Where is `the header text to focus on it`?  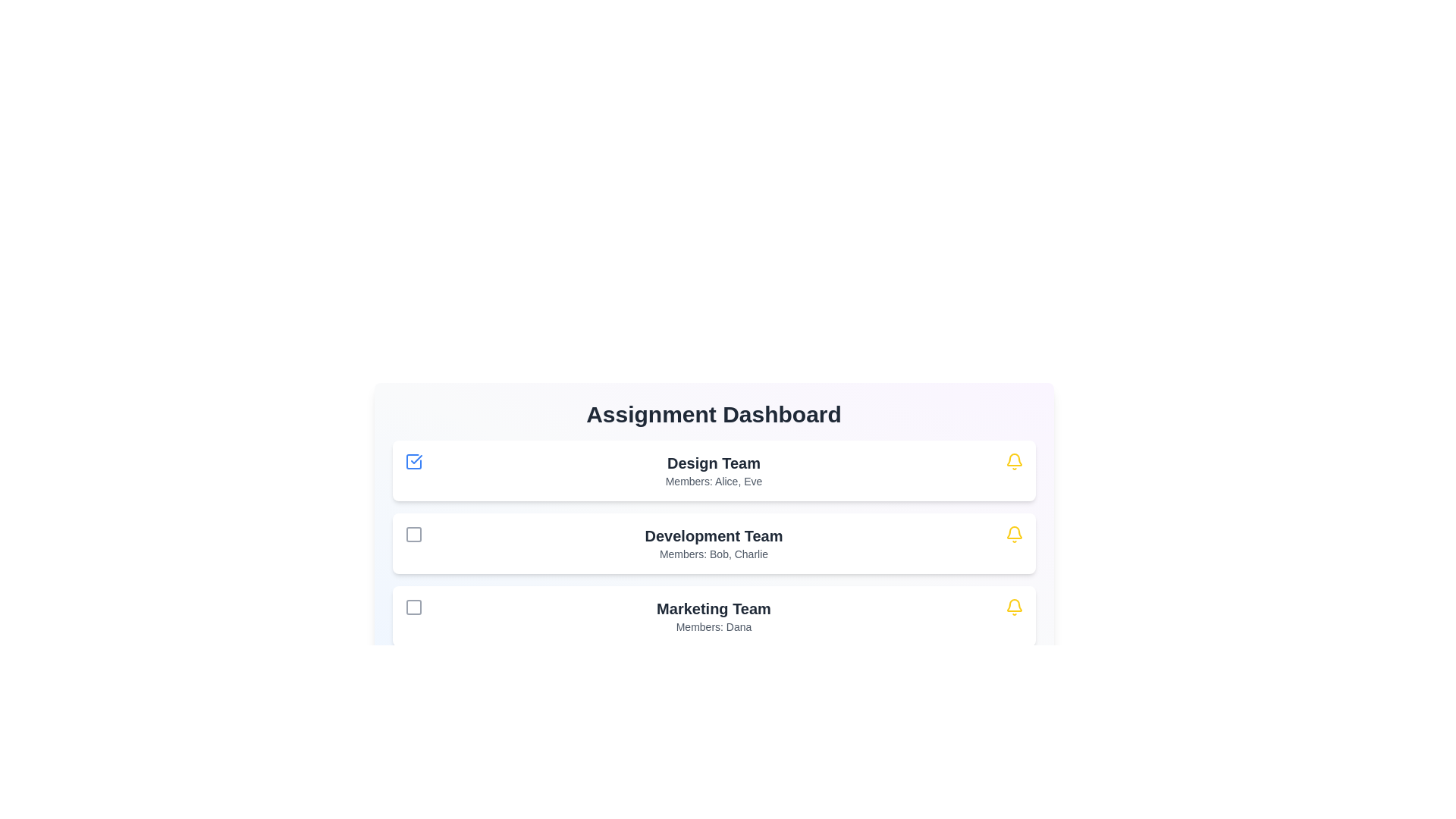
the header text to focus on it is located at coordinates (713, 415).